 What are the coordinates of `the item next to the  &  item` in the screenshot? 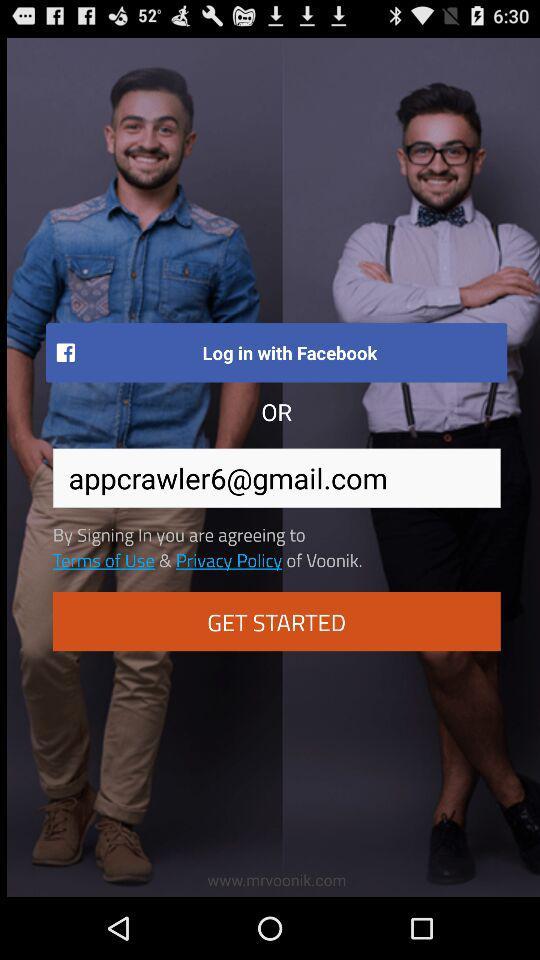 It's located at (228, 559).